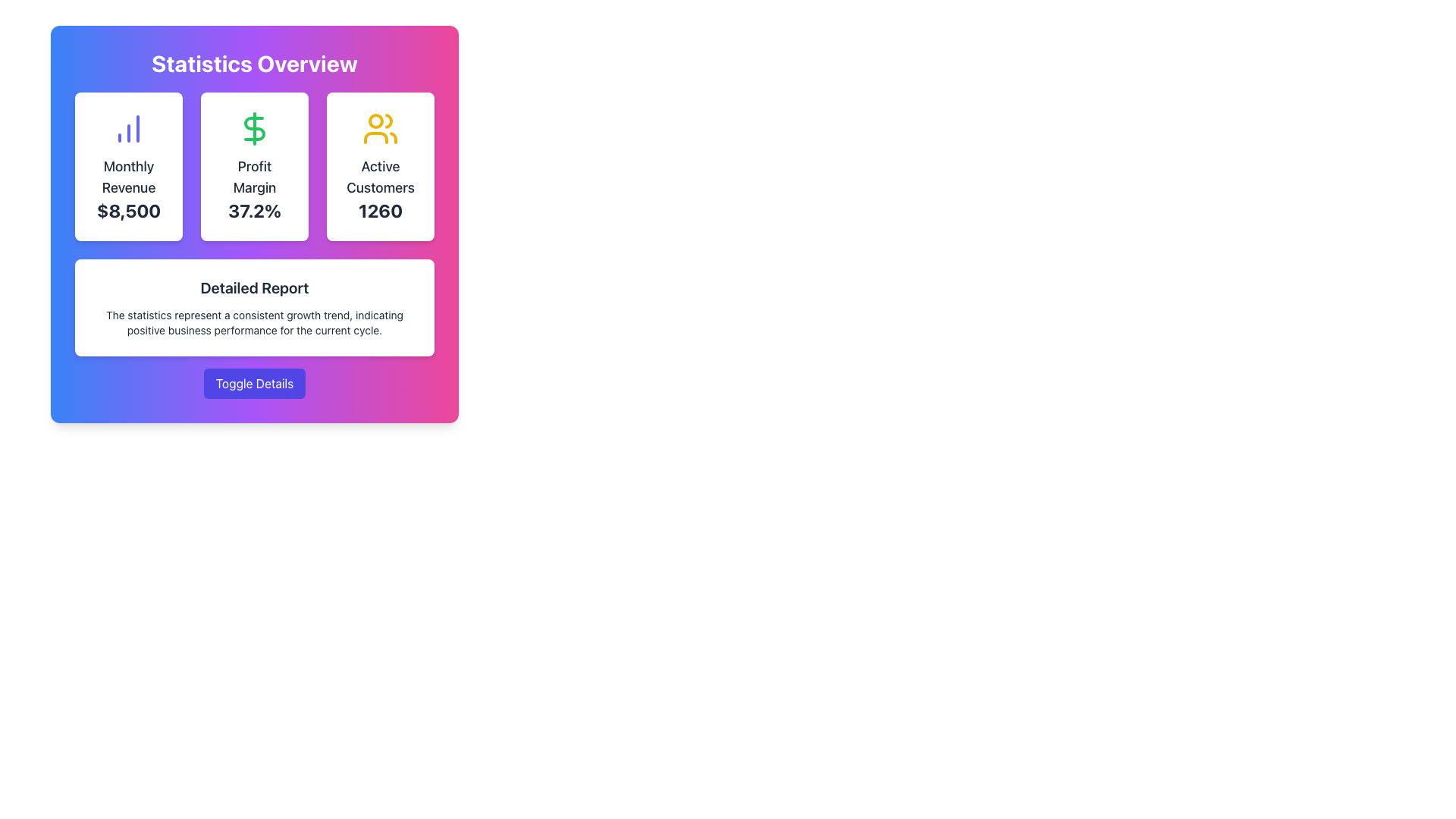 This screenshot has width=1456, height=819. I want to click on the static informational text label displaying the number of active customers located beneath the 'Active Customers' descriptive text within the rightmost statistics card, so click(381, 210).